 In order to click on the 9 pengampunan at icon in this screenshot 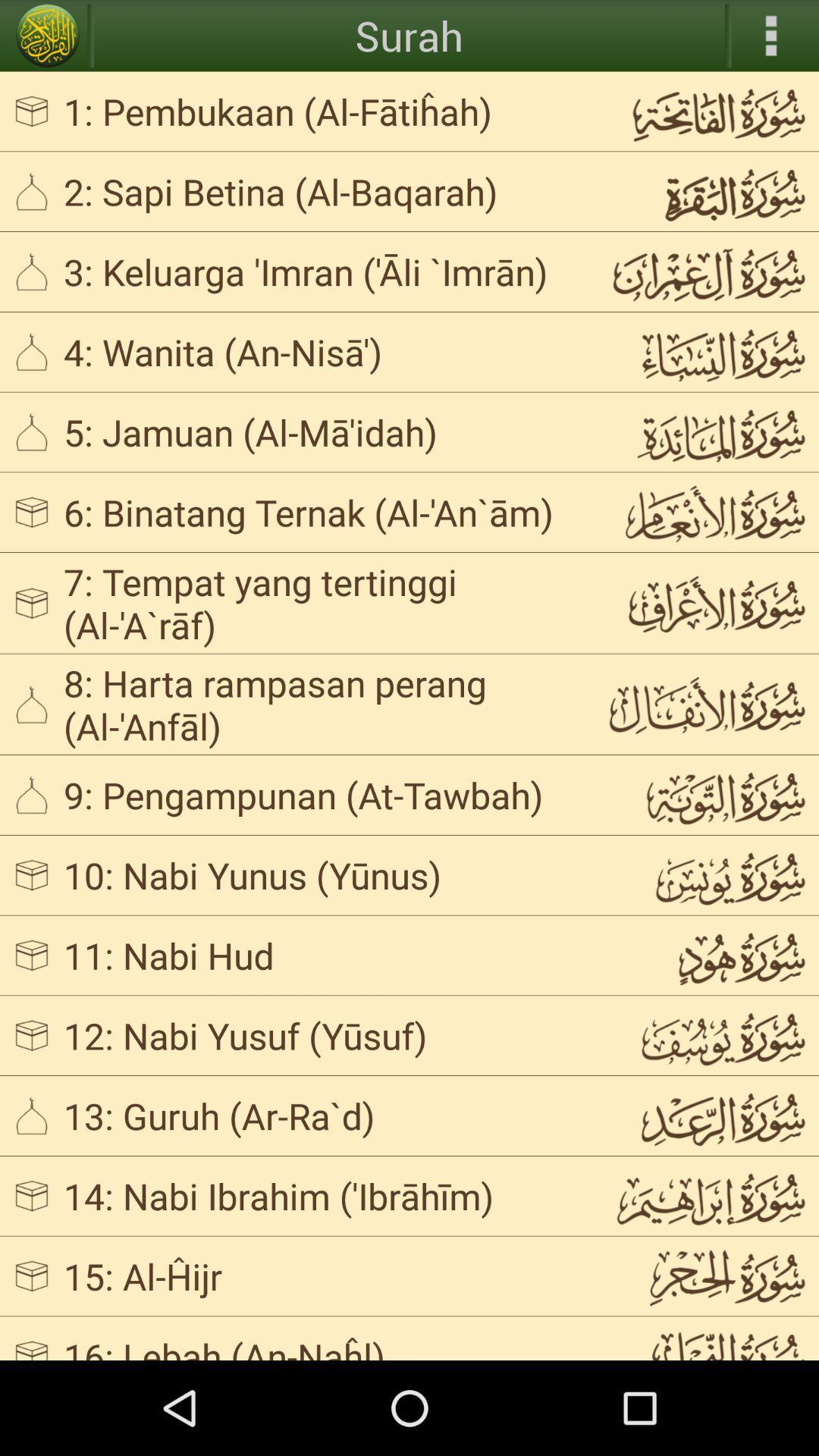, I will do `click(322, 794)`.